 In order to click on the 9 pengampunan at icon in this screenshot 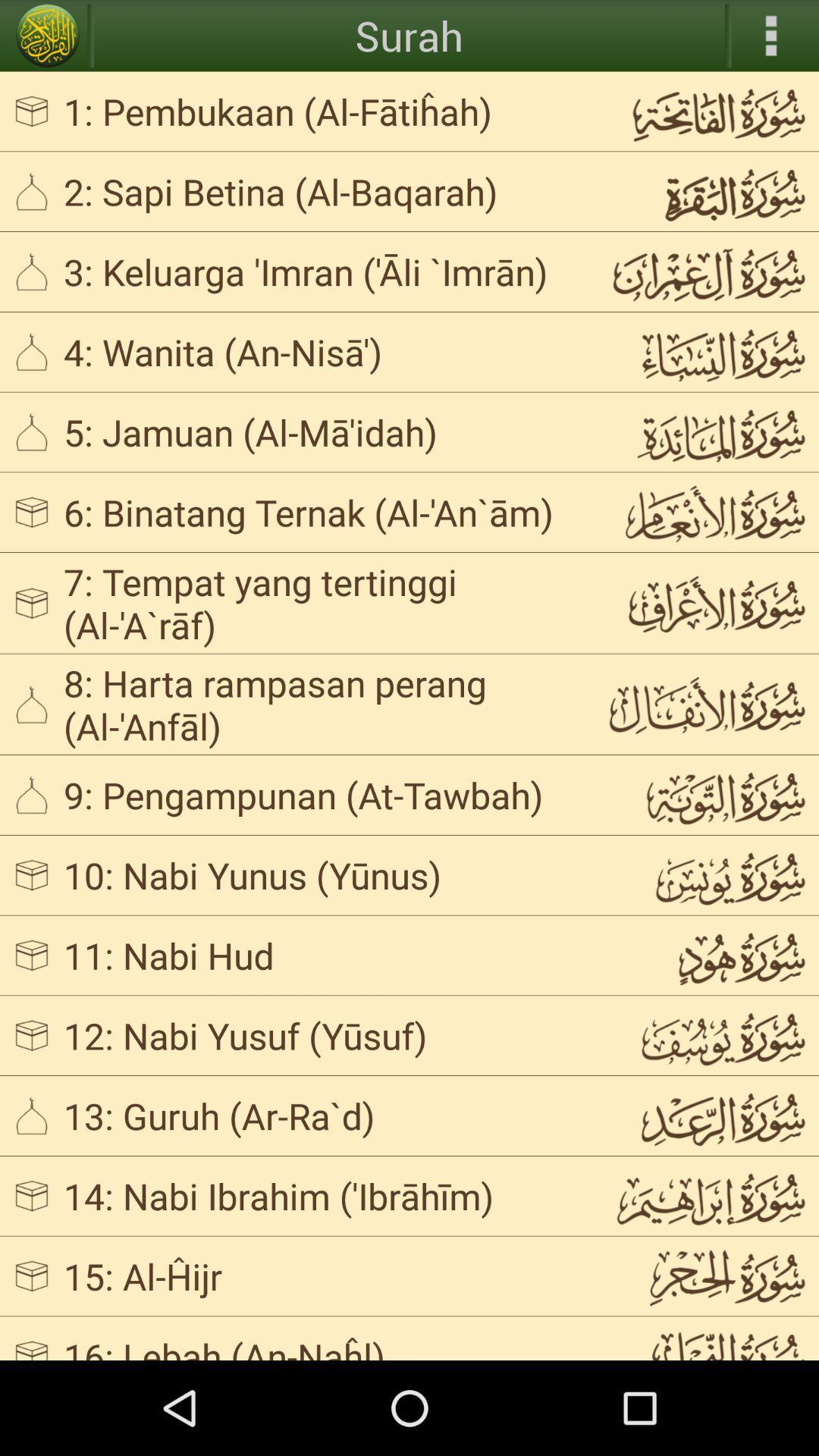, I will do `click(322, 794)`.